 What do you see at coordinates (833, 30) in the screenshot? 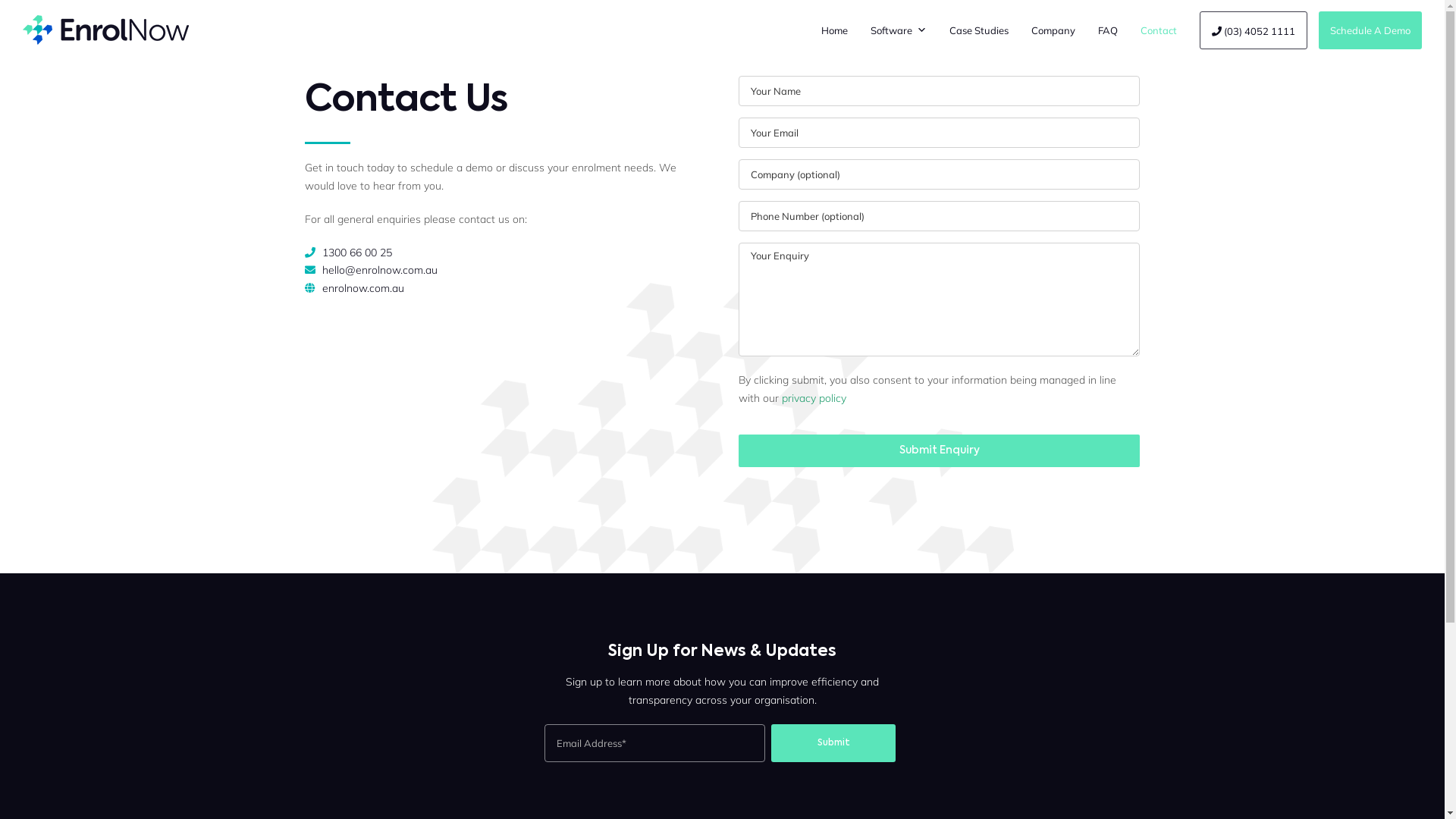
I see `'Home'` at bounding box center [833, 30].